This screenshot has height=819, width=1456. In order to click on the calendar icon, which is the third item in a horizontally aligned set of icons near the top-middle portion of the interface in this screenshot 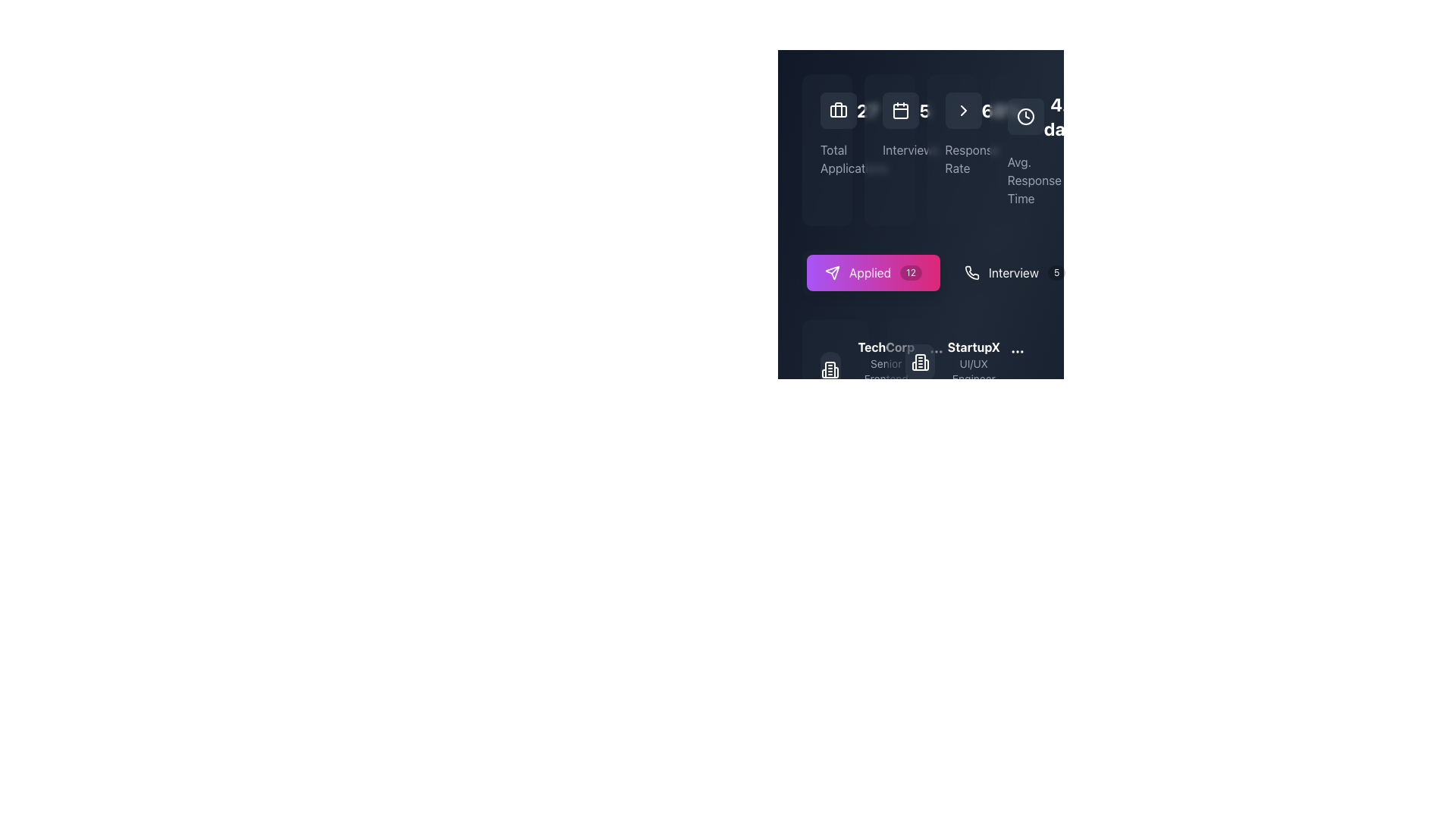, I will do `click(901, 110)`.